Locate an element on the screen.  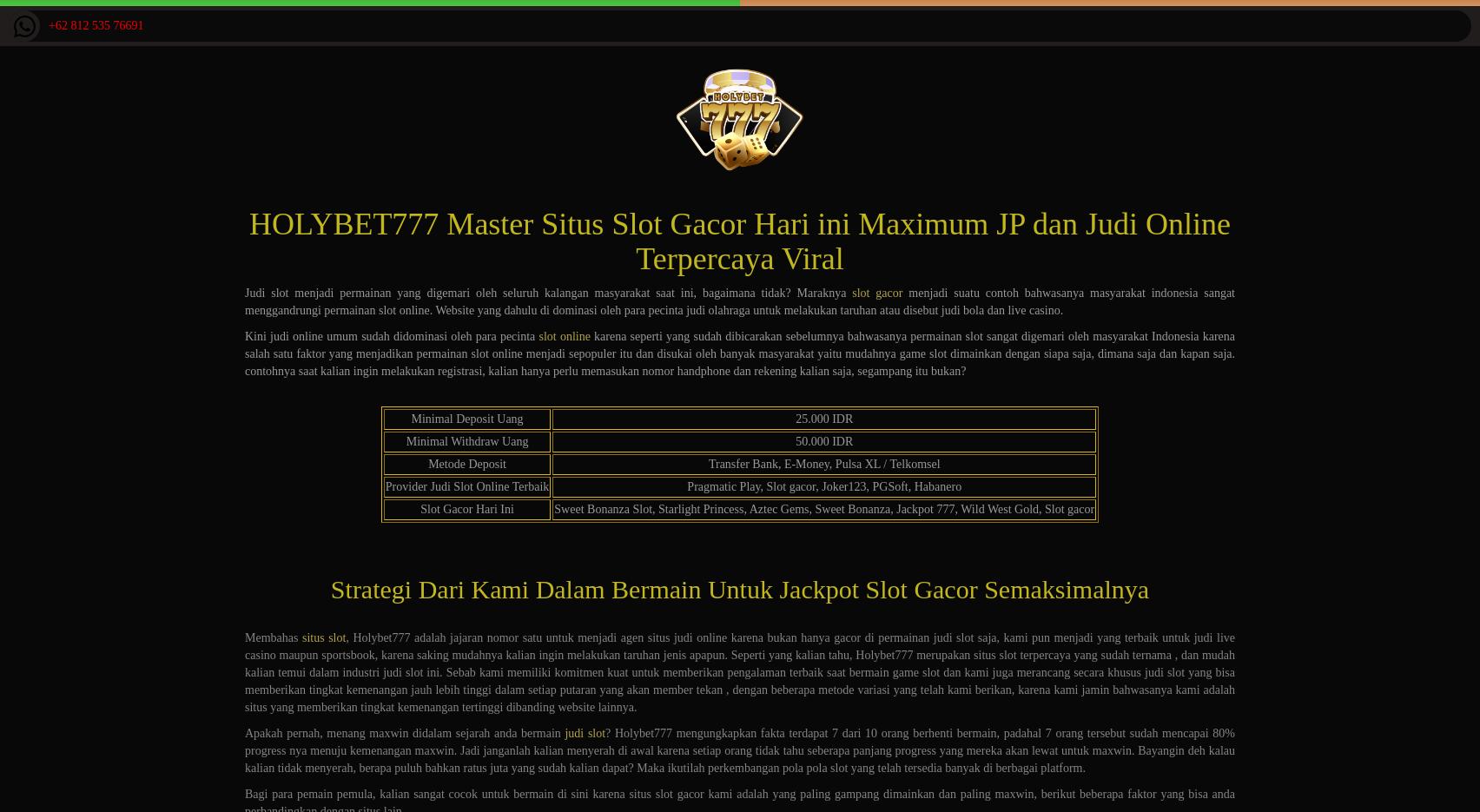
'situs slot' is located at coordinates (322, 637).